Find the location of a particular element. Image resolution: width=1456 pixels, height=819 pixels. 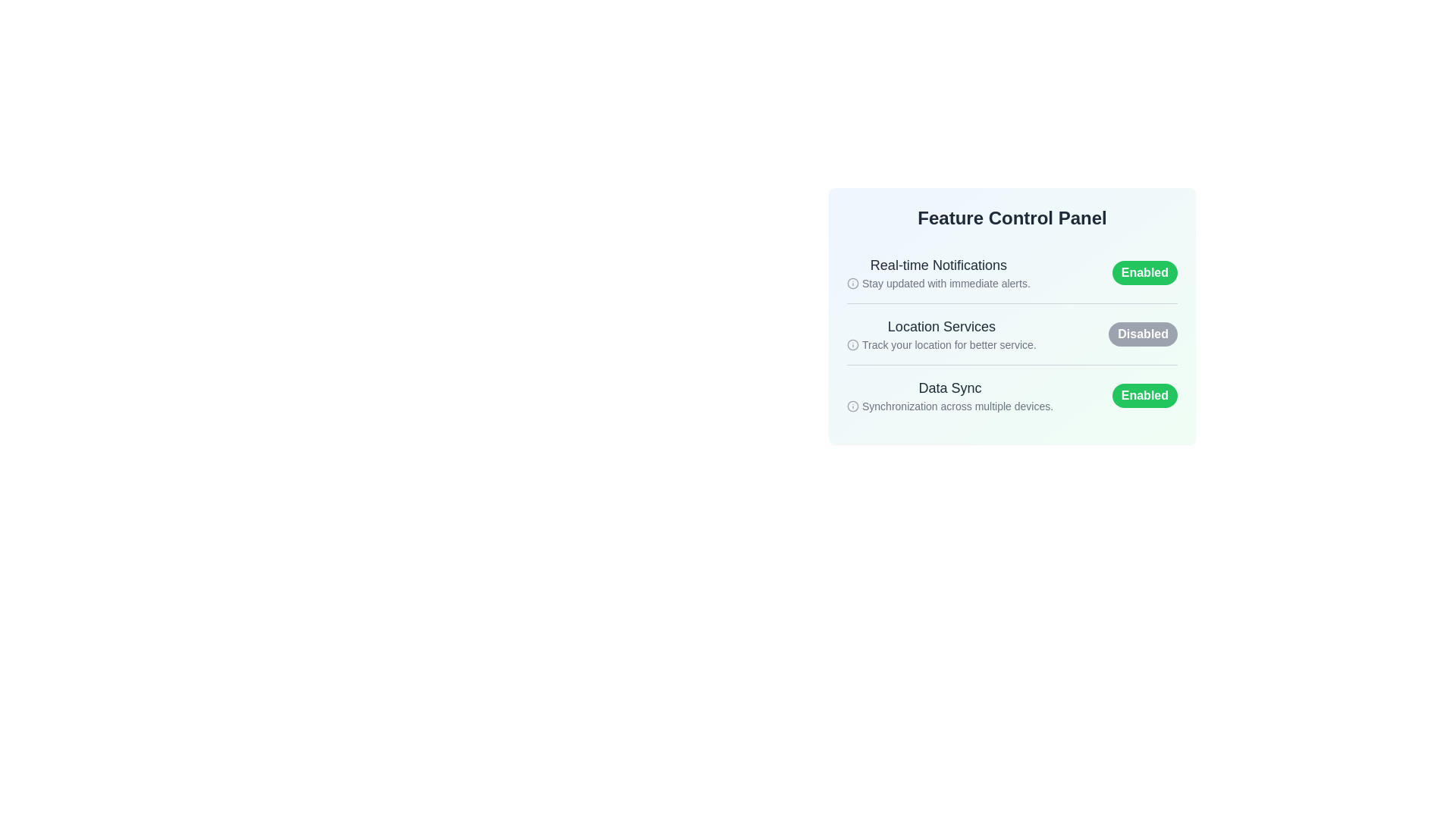

the informational icon for the Real-time Notifications feature is located at coordinates (852, 284).